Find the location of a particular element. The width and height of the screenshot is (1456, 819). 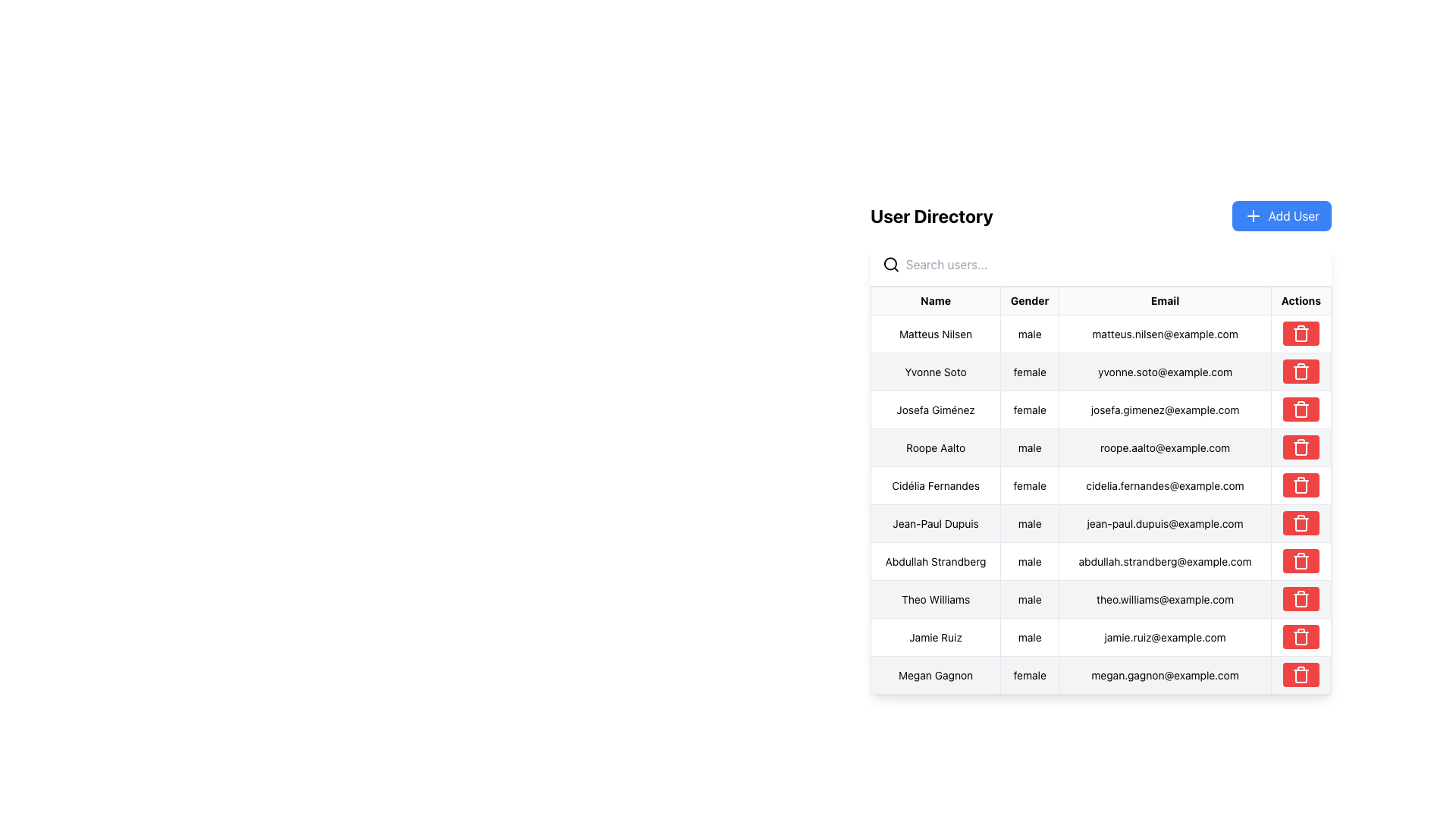

the text 'Yvonne Soto' in the second row of the 'User Directory' table, located in the Name column is located at coordinates (934, 372).